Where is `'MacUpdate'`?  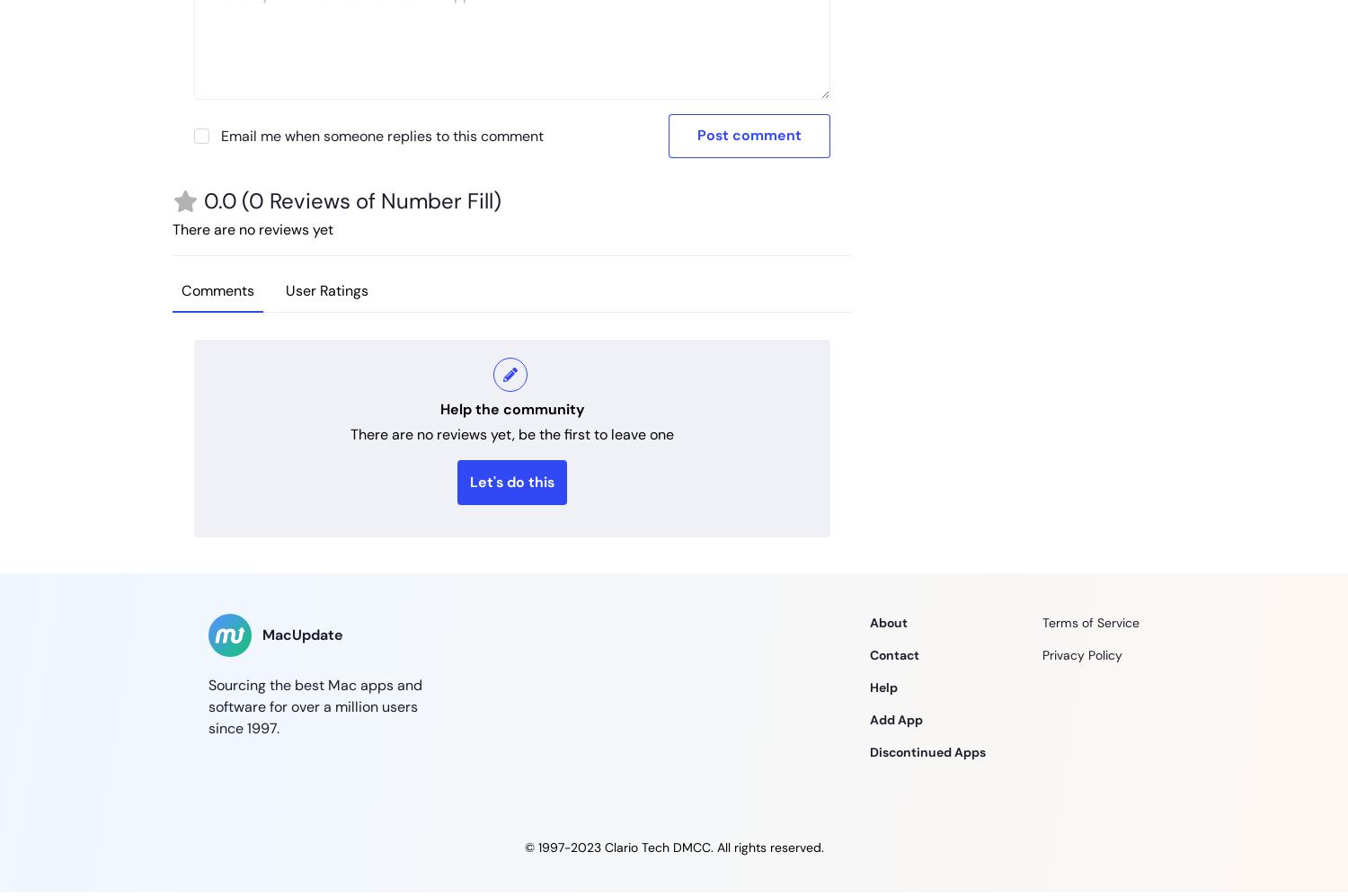
'MacUpdate' is located at coordinates (302, 634).